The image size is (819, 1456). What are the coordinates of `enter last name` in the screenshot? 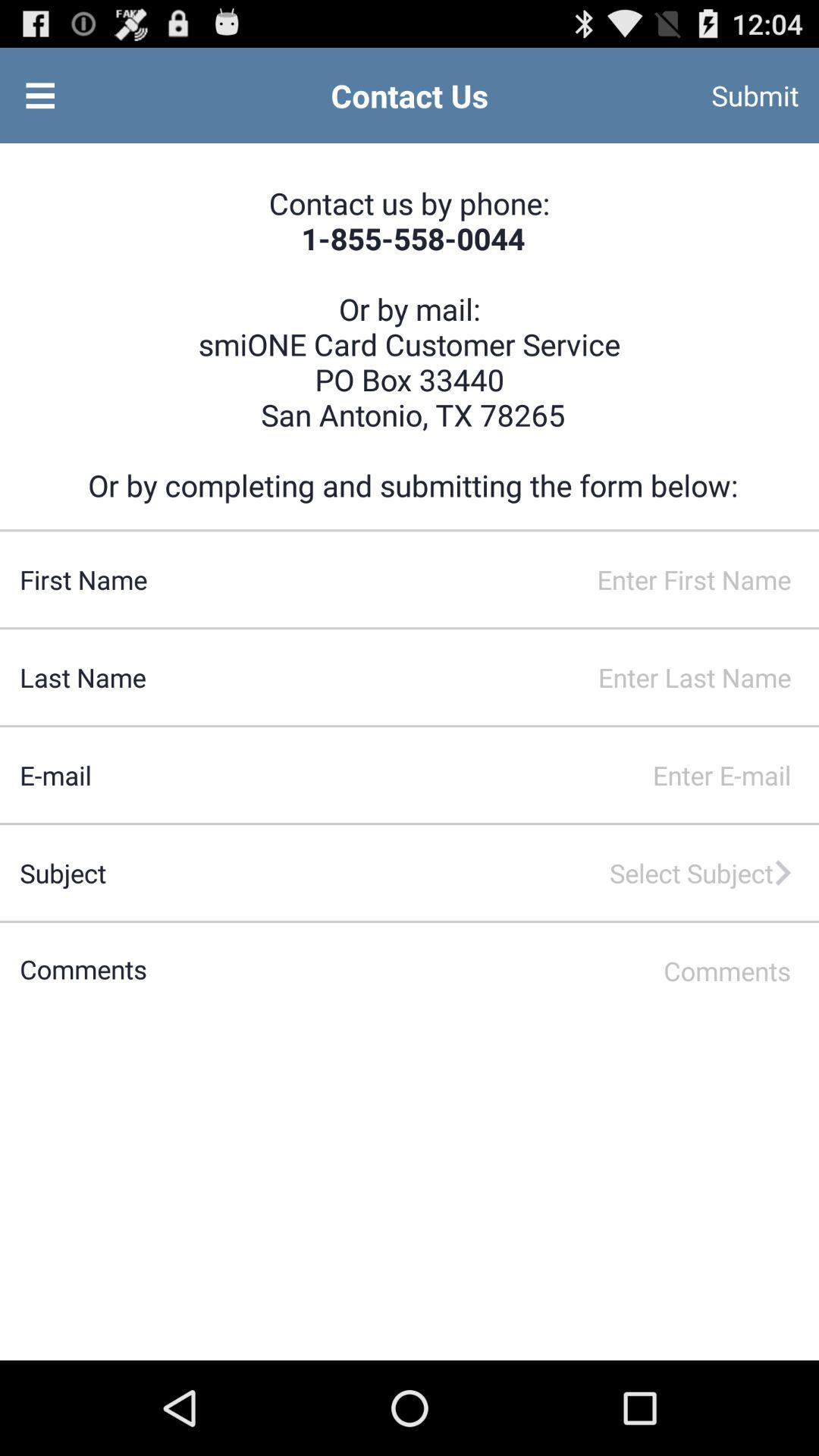 It's located at (482, 676).